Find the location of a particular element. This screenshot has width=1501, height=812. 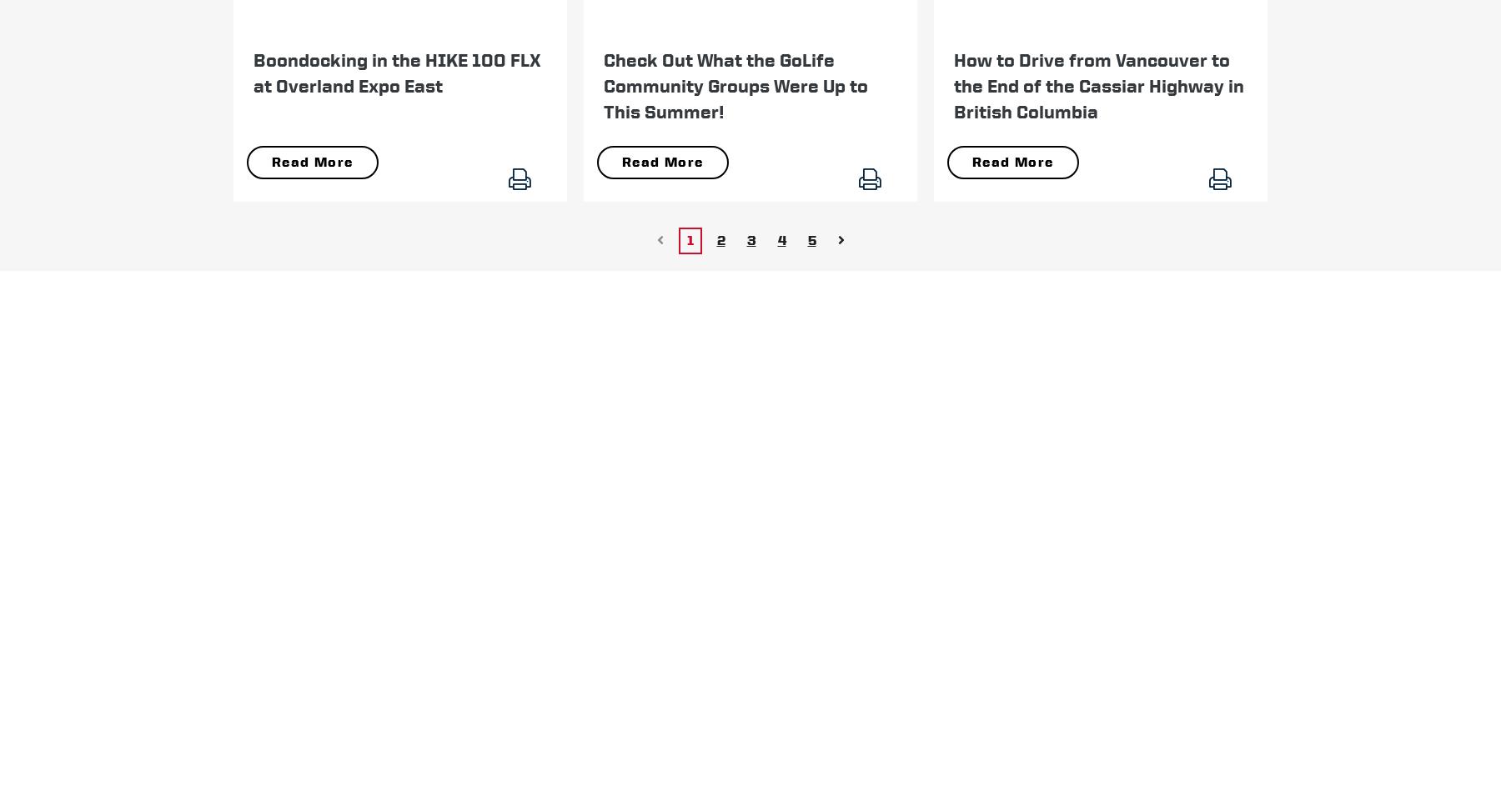

'How to Drive from Vancouver to the End of the Cassiar Highway in British Columbia' is located at coordinates (1098, 84).